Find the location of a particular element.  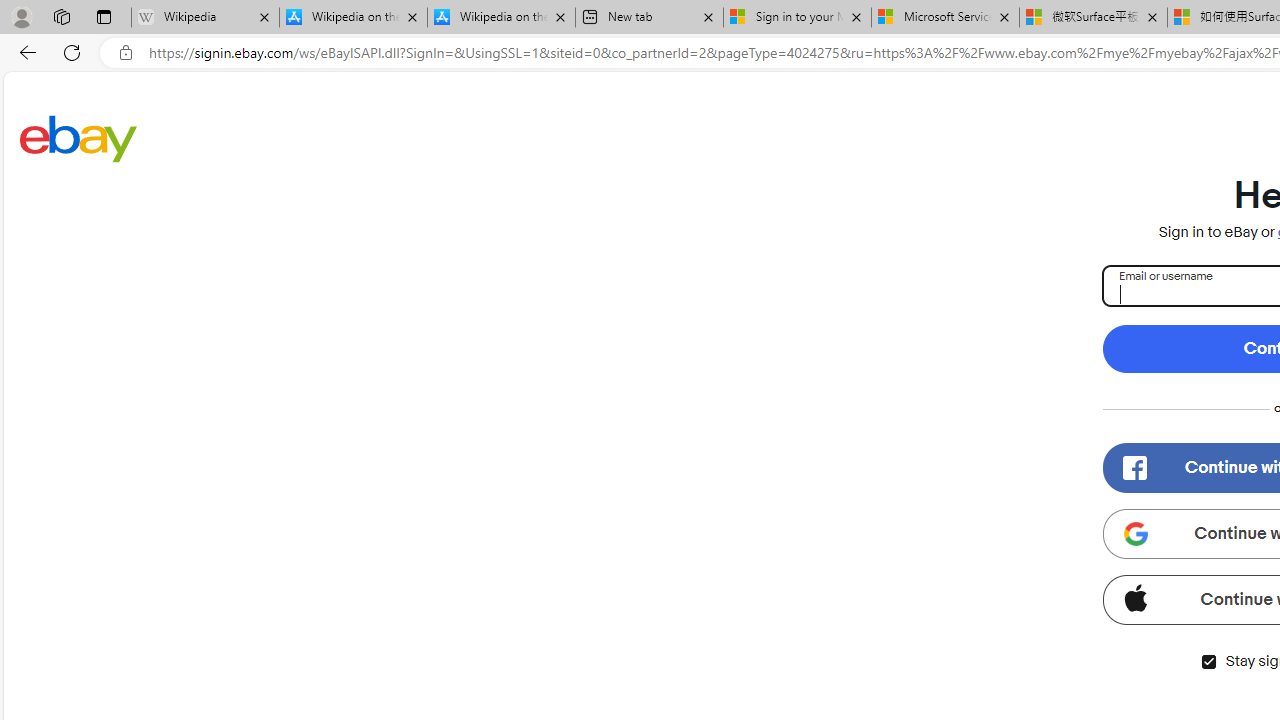

'Sign in to your Microsoft account' is located at coordinates (797, 17).